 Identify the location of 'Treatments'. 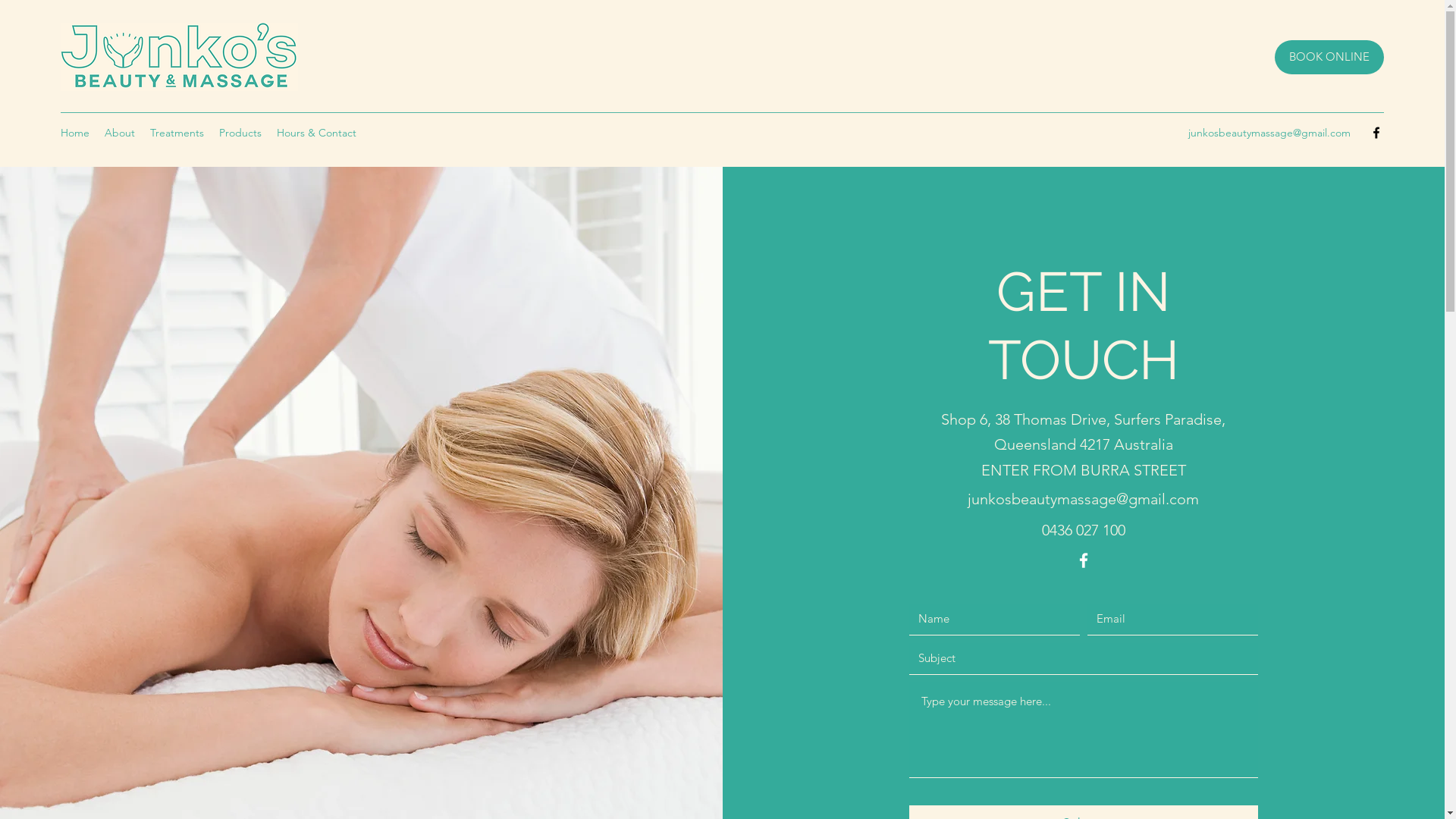
(177, 131).